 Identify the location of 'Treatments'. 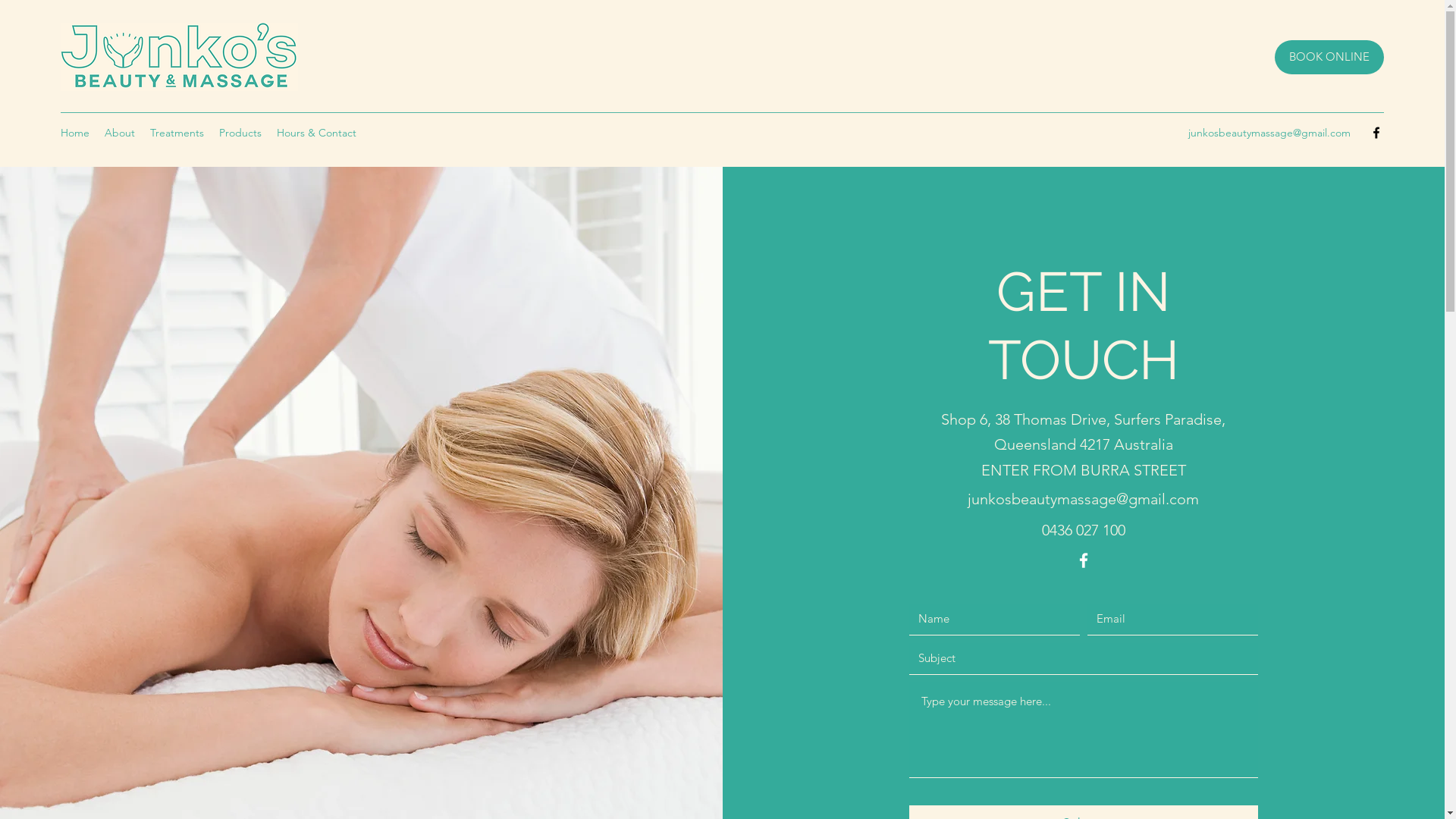
(177, 131).